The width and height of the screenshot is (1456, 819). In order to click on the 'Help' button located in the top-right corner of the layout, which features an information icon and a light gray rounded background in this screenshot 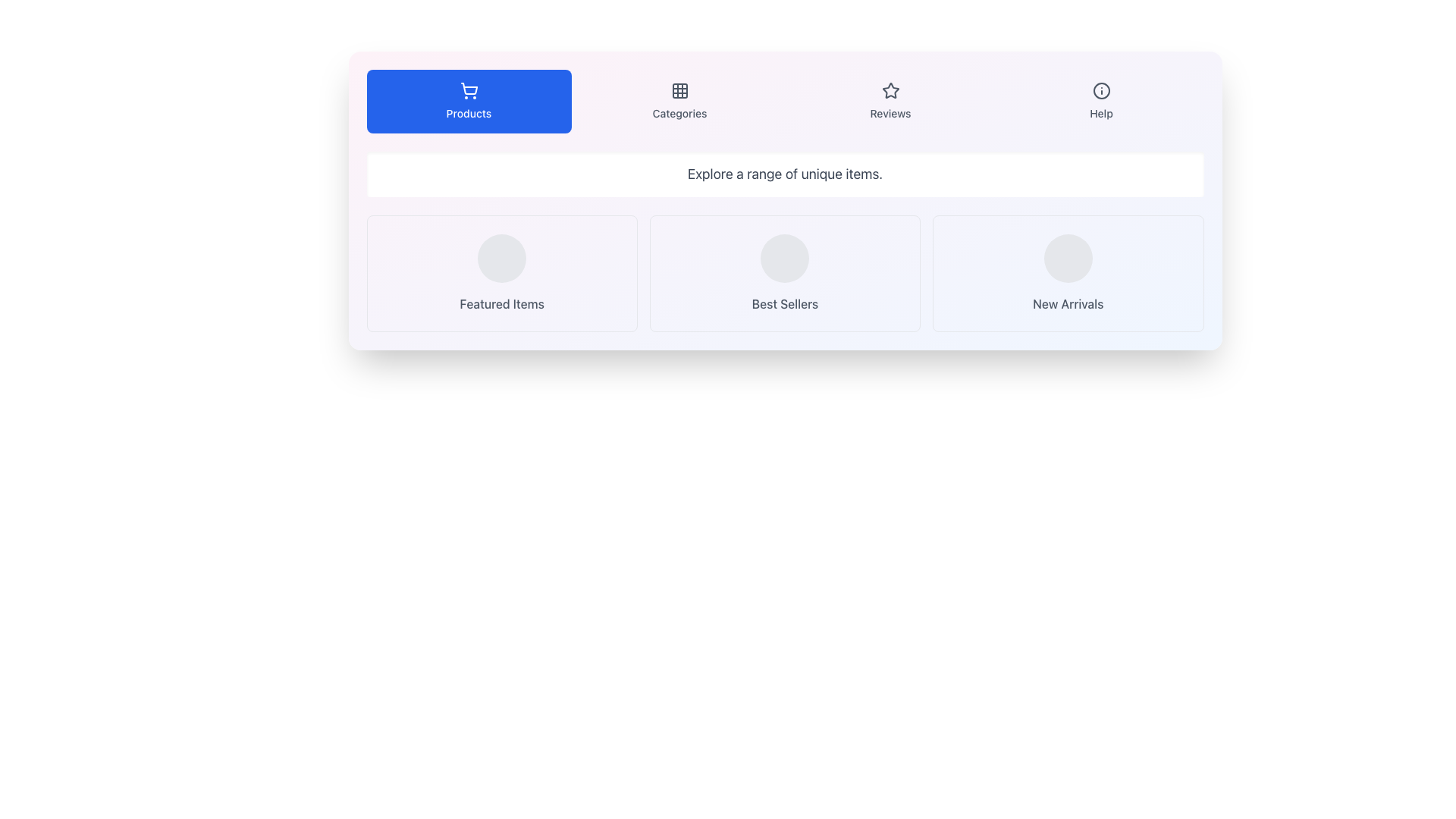, I will do `click(1101, 102)`.